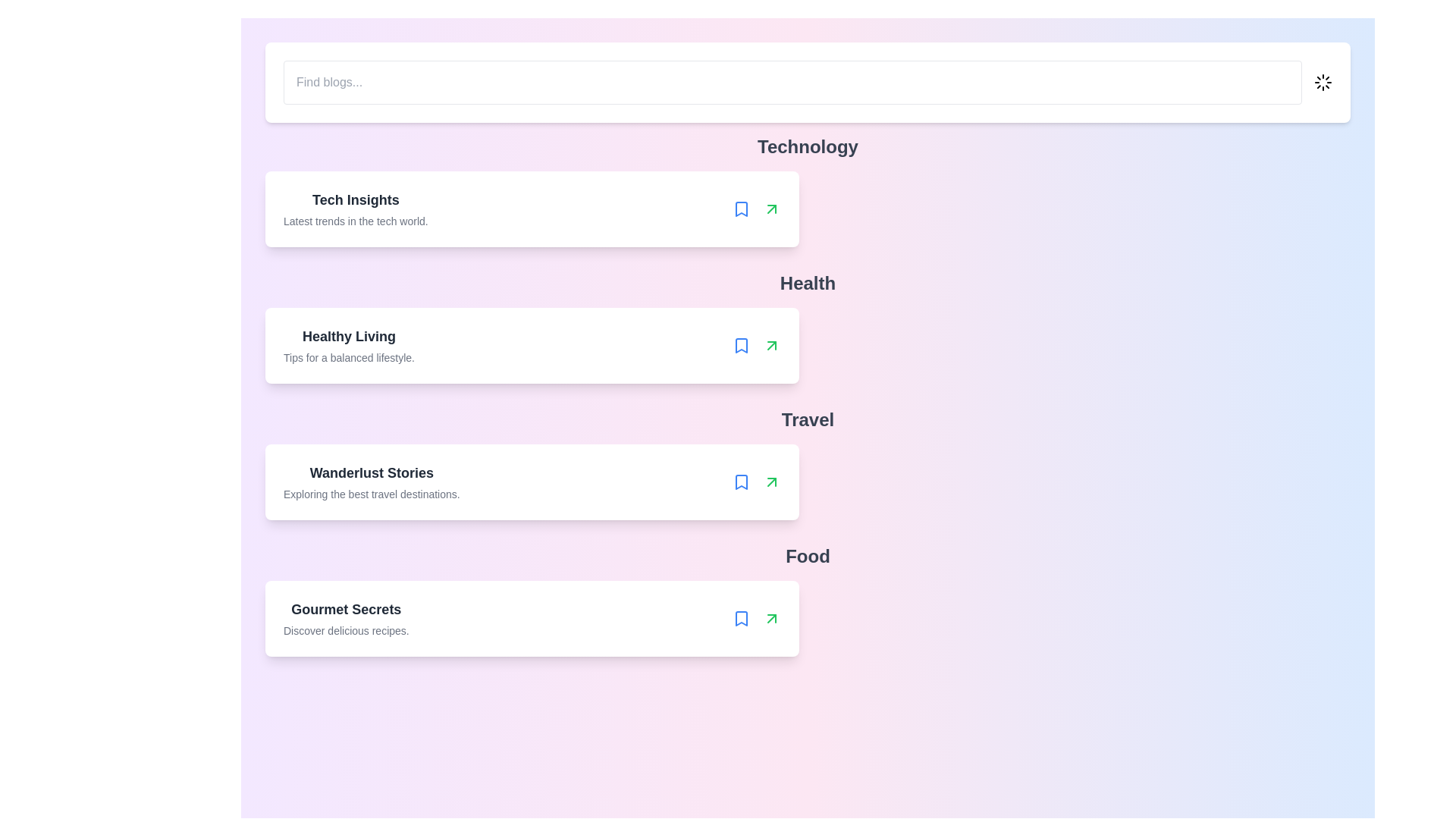 This screenshot has width=1456, height=819. Describe the element at coordinates (355, 199) in the screenshot. I see `text from the header label located at the top of the 'Technology' section card, which introduces the content theme as 'Latest trends in the tech world.'` at that location.